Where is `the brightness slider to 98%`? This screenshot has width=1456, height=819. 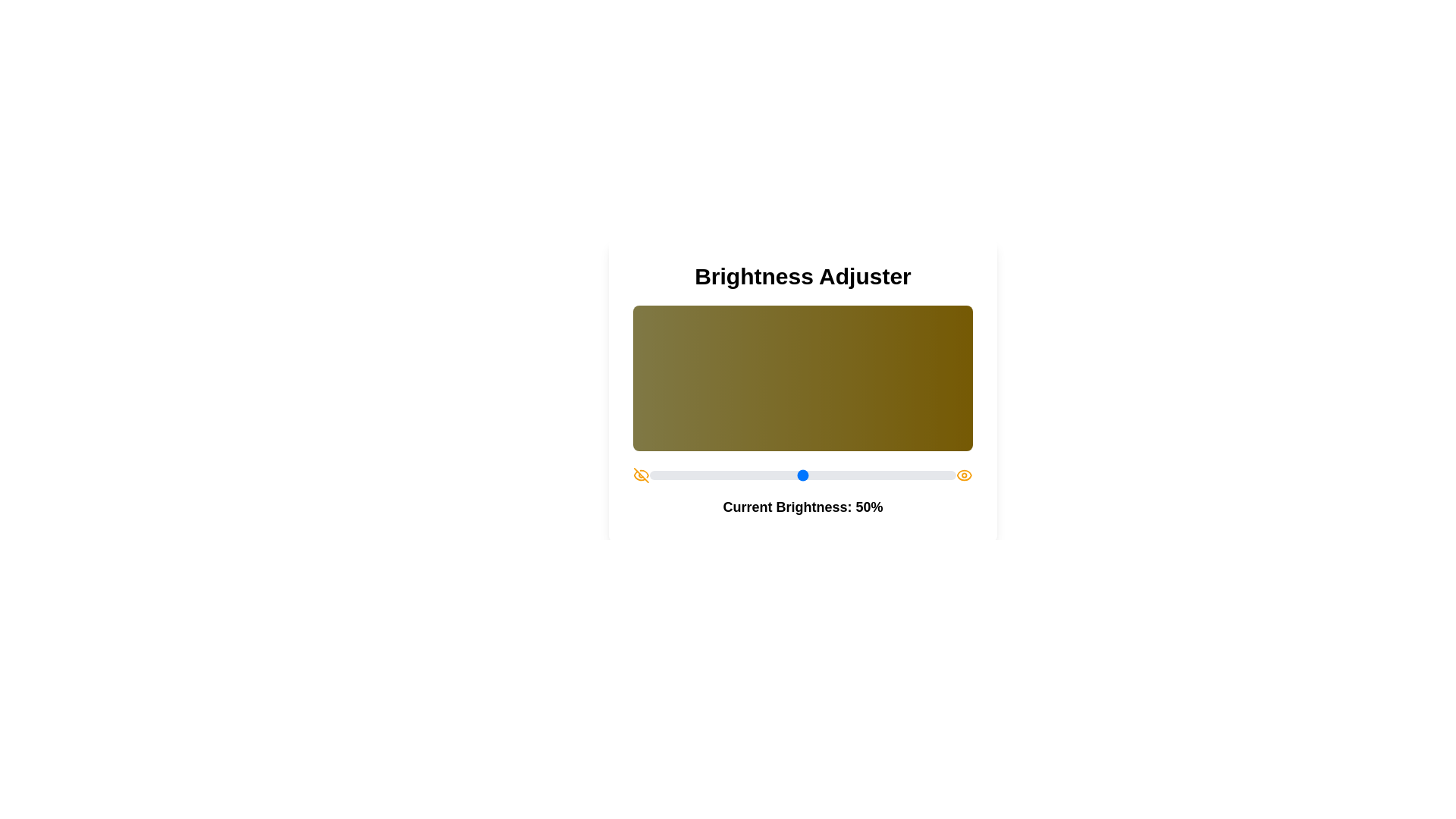
the brightness slider to 98% is located at coordinates (949, 475).